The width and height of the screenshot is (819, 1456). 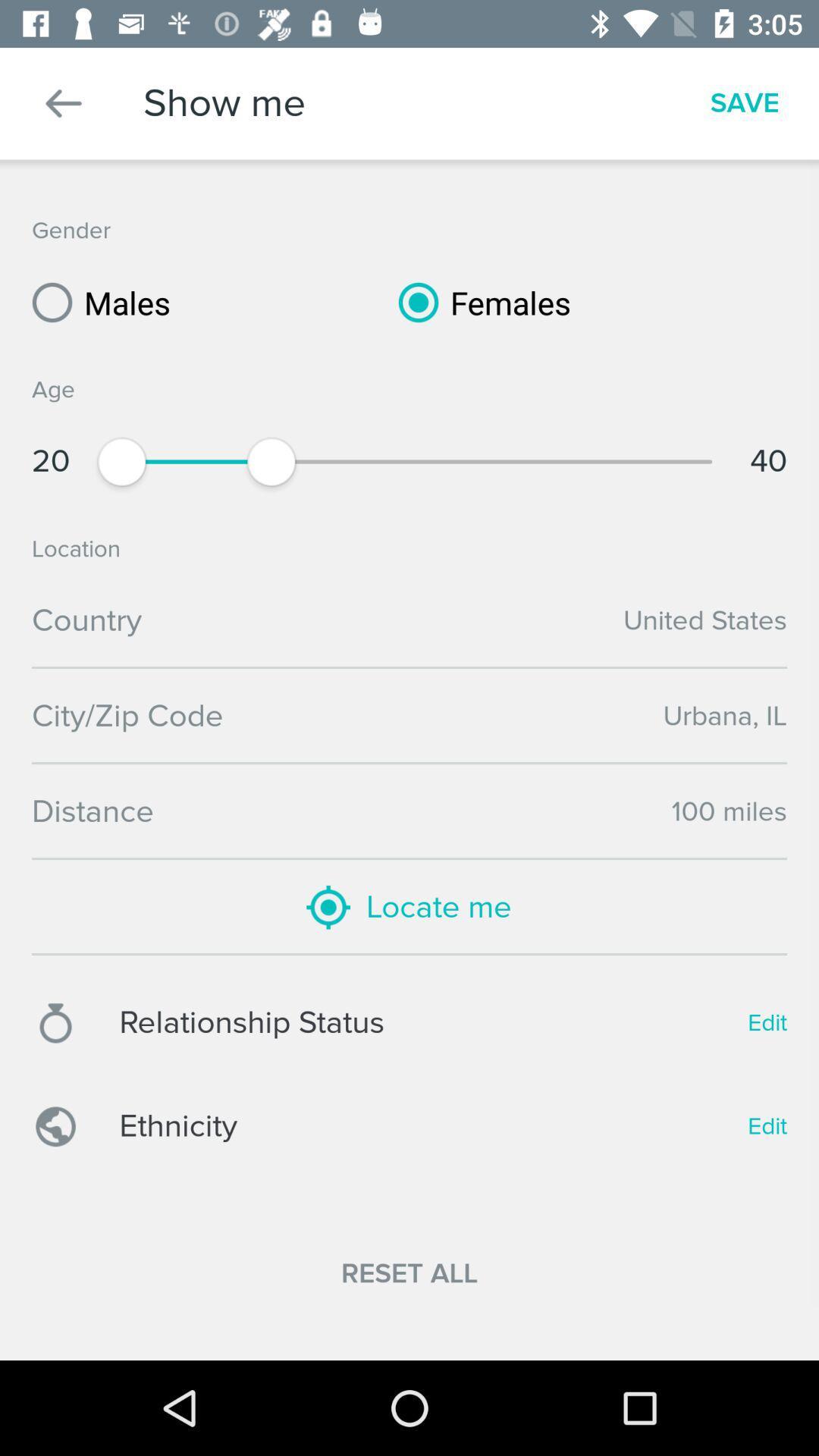 I want to click on the item below ethnicity, so click(x=409, y=1274).